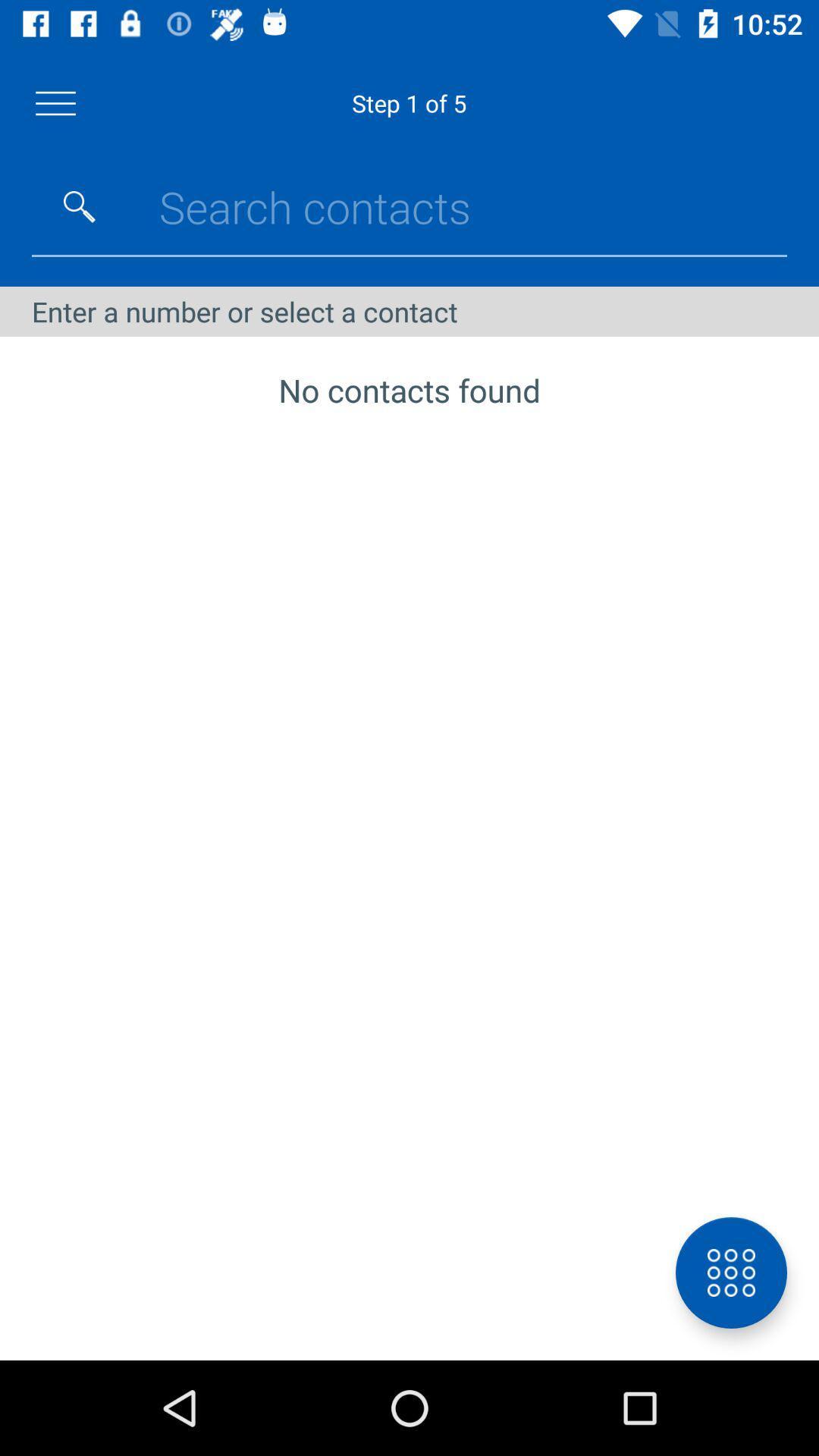 The height and width of the screenshot is (1456, 819). I want to click on the item at the bottom right corner, so click(730, 1272).